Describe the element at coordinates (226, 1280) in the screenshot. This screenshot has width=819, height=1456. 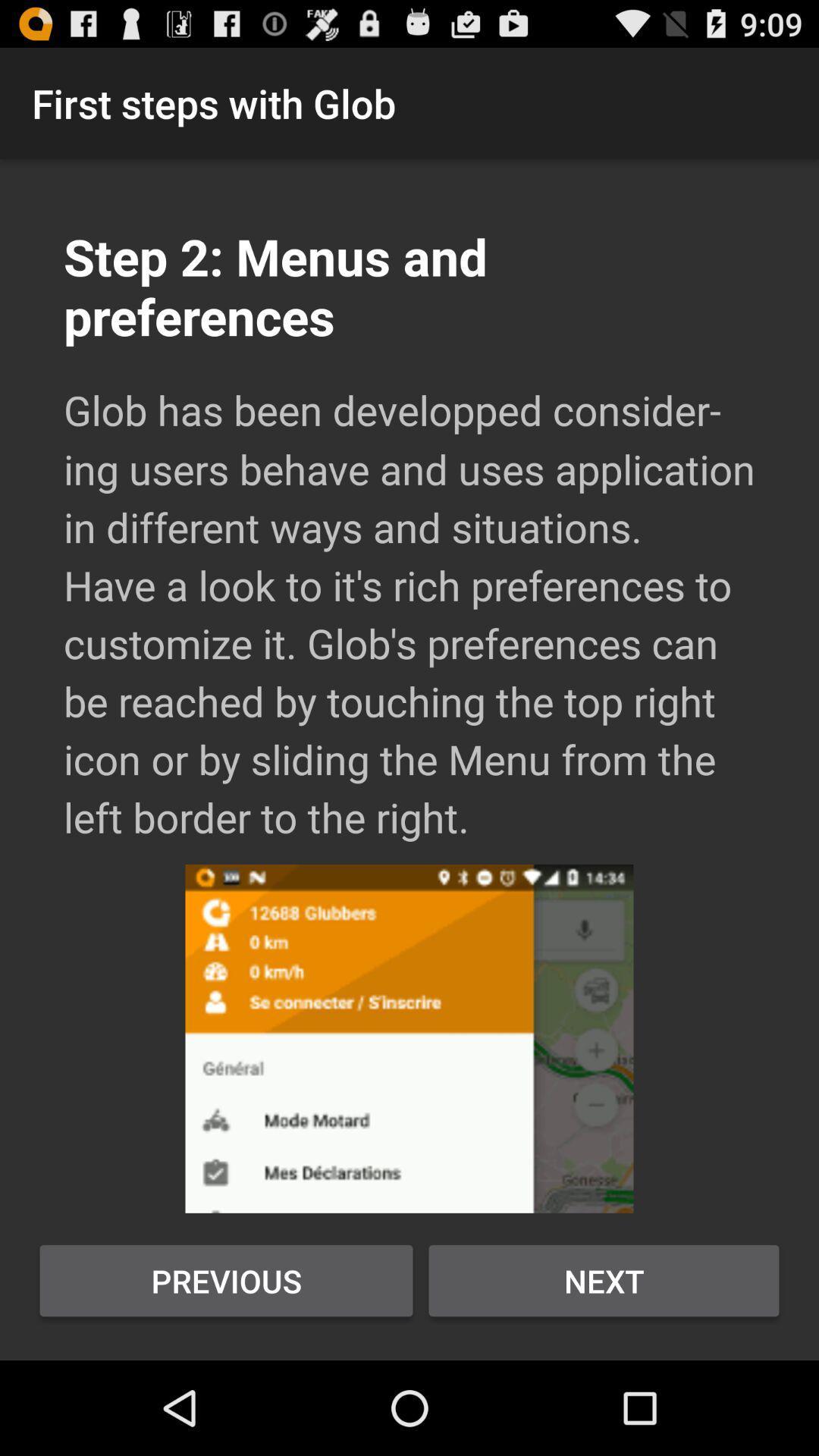
I see `the icon at the bottom left corner` at that location.